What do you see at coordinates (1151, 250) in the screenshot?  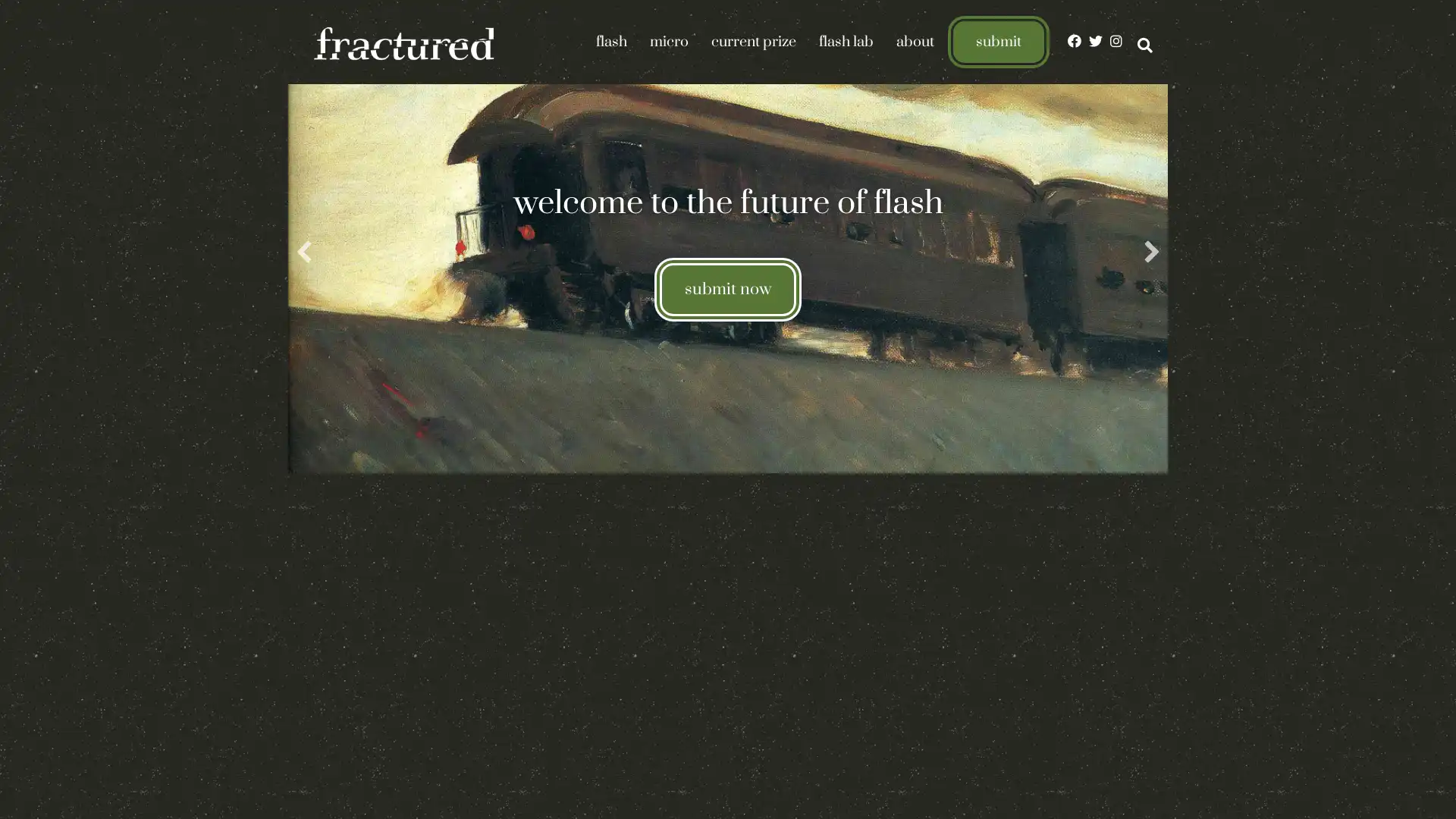 I see `next` at bounding box center [1151, 250].